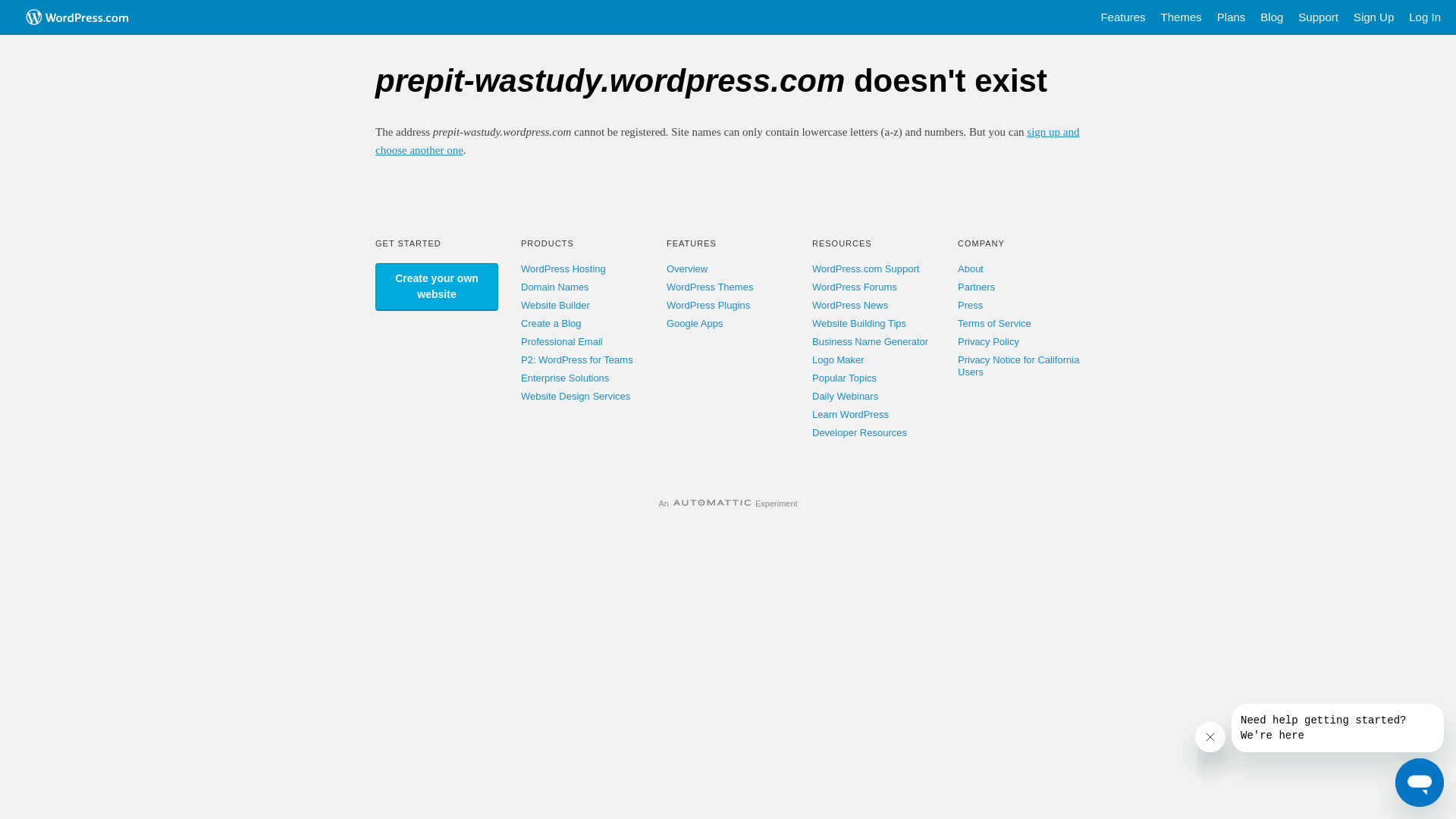  I want to click on 'Overview', so click(666, 268).